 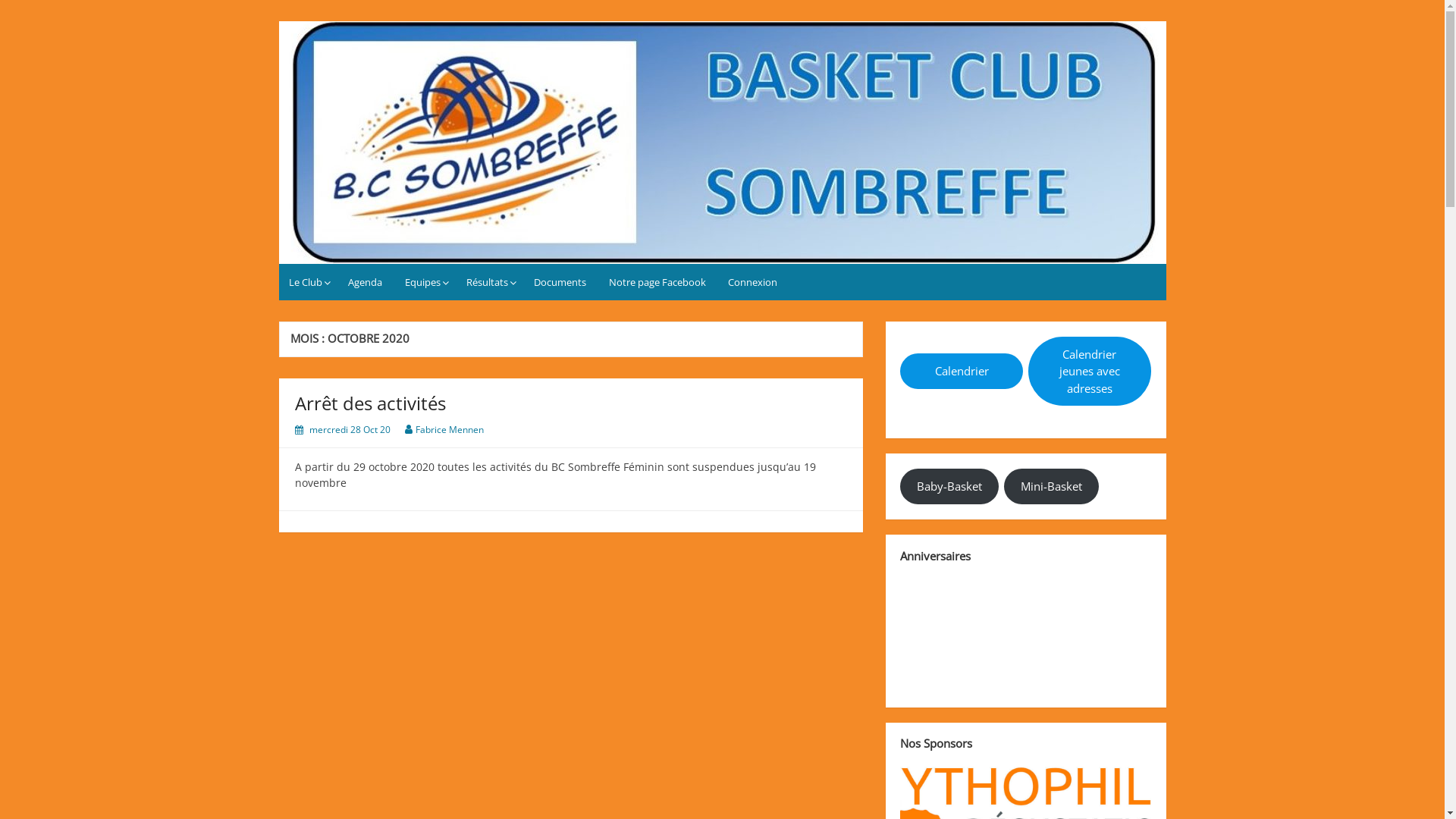 What do you see at coordinates (560, 281) in the screenshot?
I see `'Documents'` at bounding box center [560, 281].